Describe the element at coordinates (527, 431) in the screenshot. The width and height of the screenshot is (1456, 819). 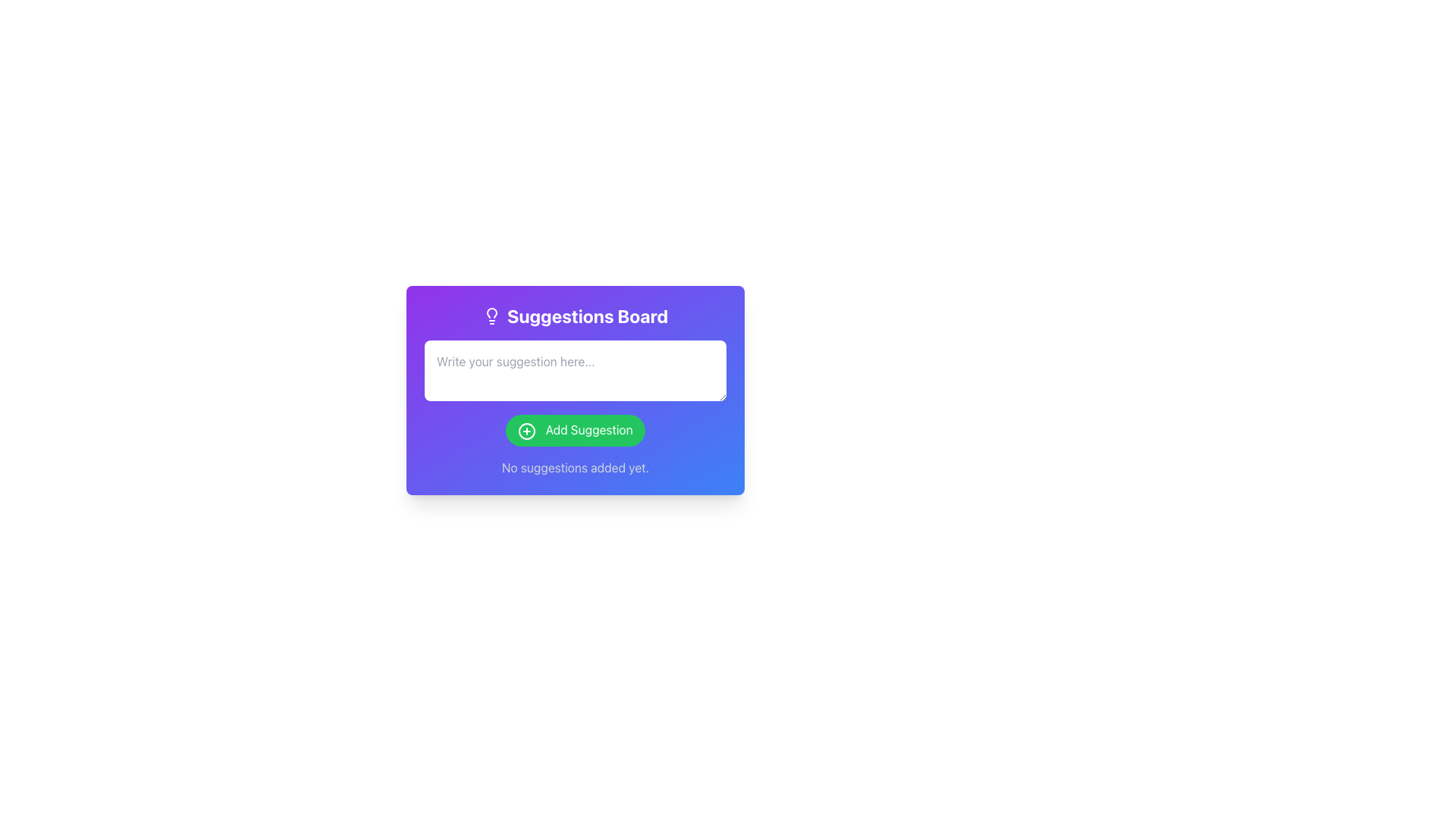
I see `the SVG graphical element that is part of the 'Add Suggestion' button` at that location.